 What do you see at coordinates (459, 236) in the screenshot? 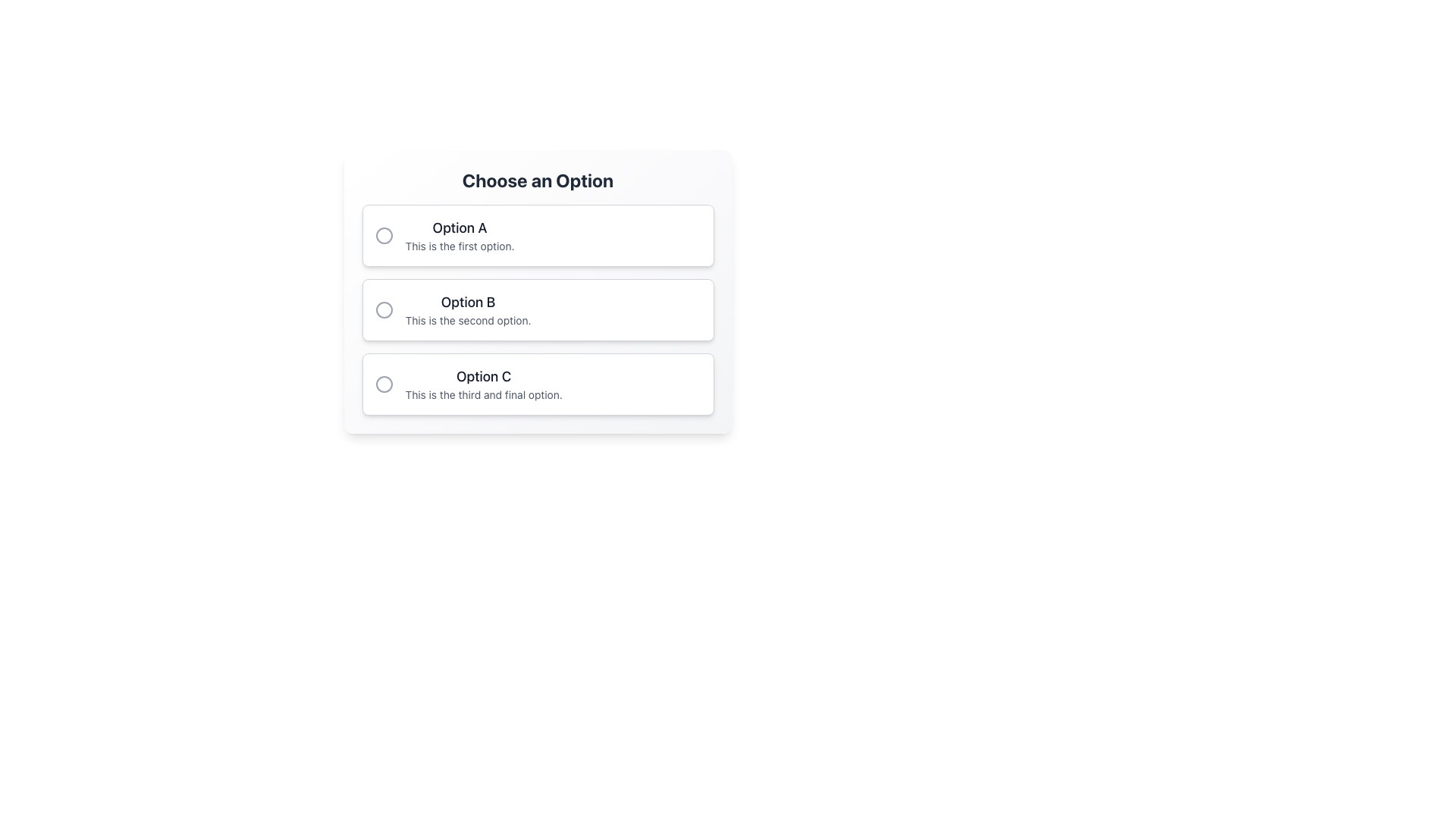
I see `the text display area that provides the title and description for the first selectable option in a group, which is located within the top bordered, rounded rectangle to the right of a circular icon` at bounding box center [459, 236].